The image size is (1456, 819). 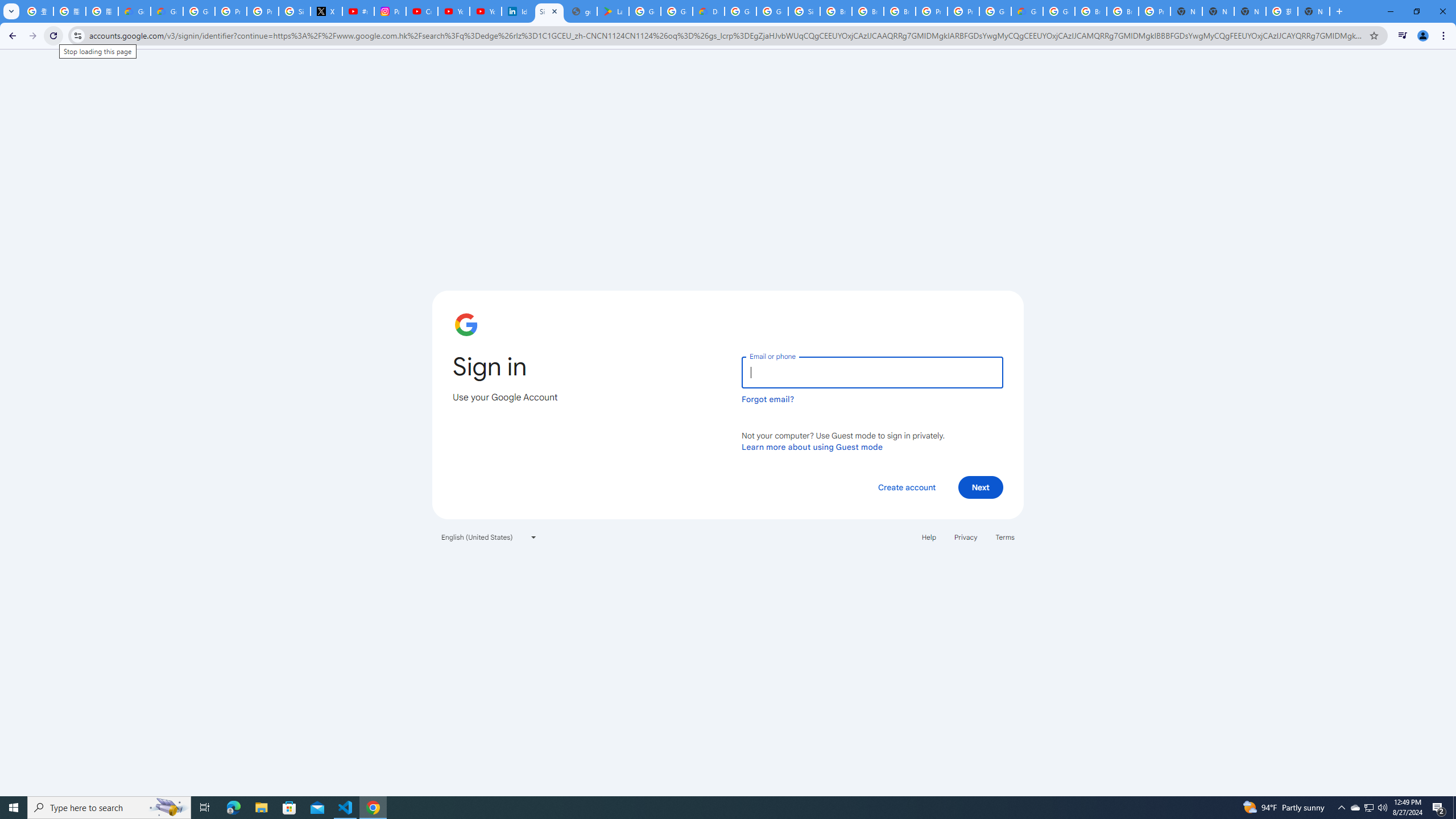 I want to click on 'Learn more about using Guest mode', so click(x=812, y=446).